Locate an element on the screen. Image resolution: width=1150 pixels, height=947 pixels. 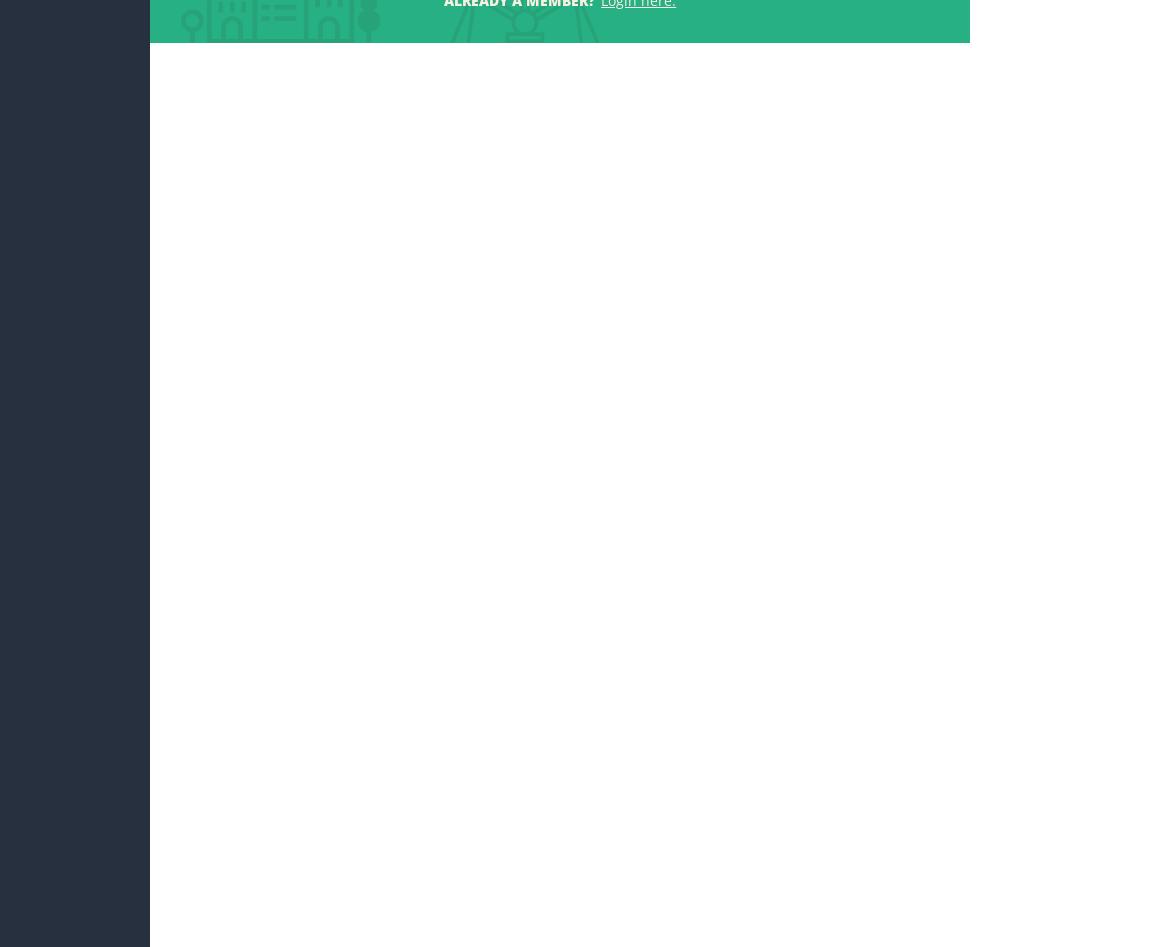
'Since Russia annexed Crimea in 2014, there has been a somewhat mixed reaction to the increased Russian presence on the peninsula. Some welcome it, others reject it in hushed voices.' is located at coordinates (307, 345).